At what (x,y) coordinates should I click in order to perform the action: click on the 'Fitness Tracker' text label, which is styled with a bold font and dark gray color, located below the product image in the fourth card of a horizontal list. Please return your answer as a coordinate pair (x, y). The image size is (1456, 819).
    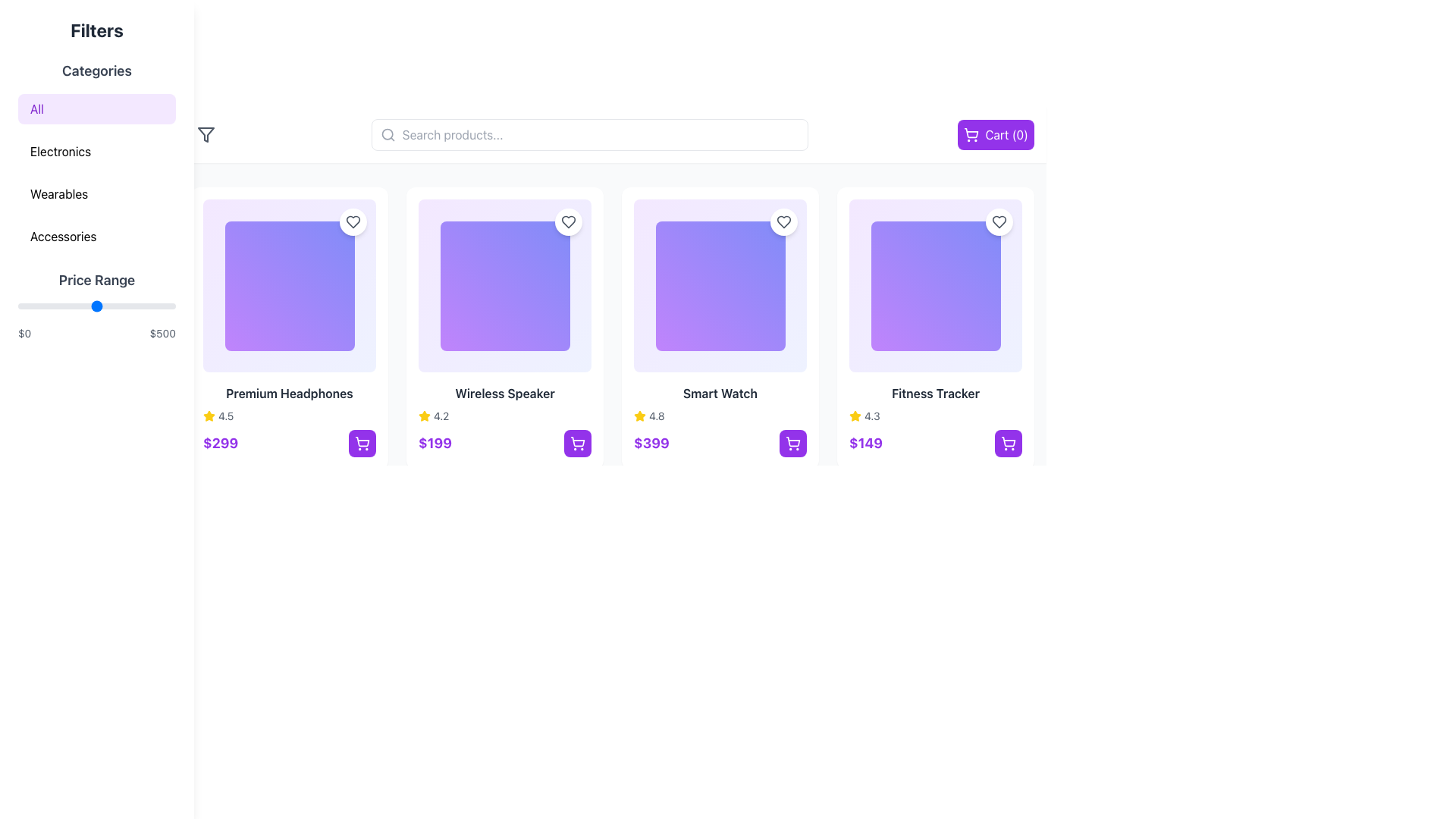
    Looking at the image, I should click on (934, 393).